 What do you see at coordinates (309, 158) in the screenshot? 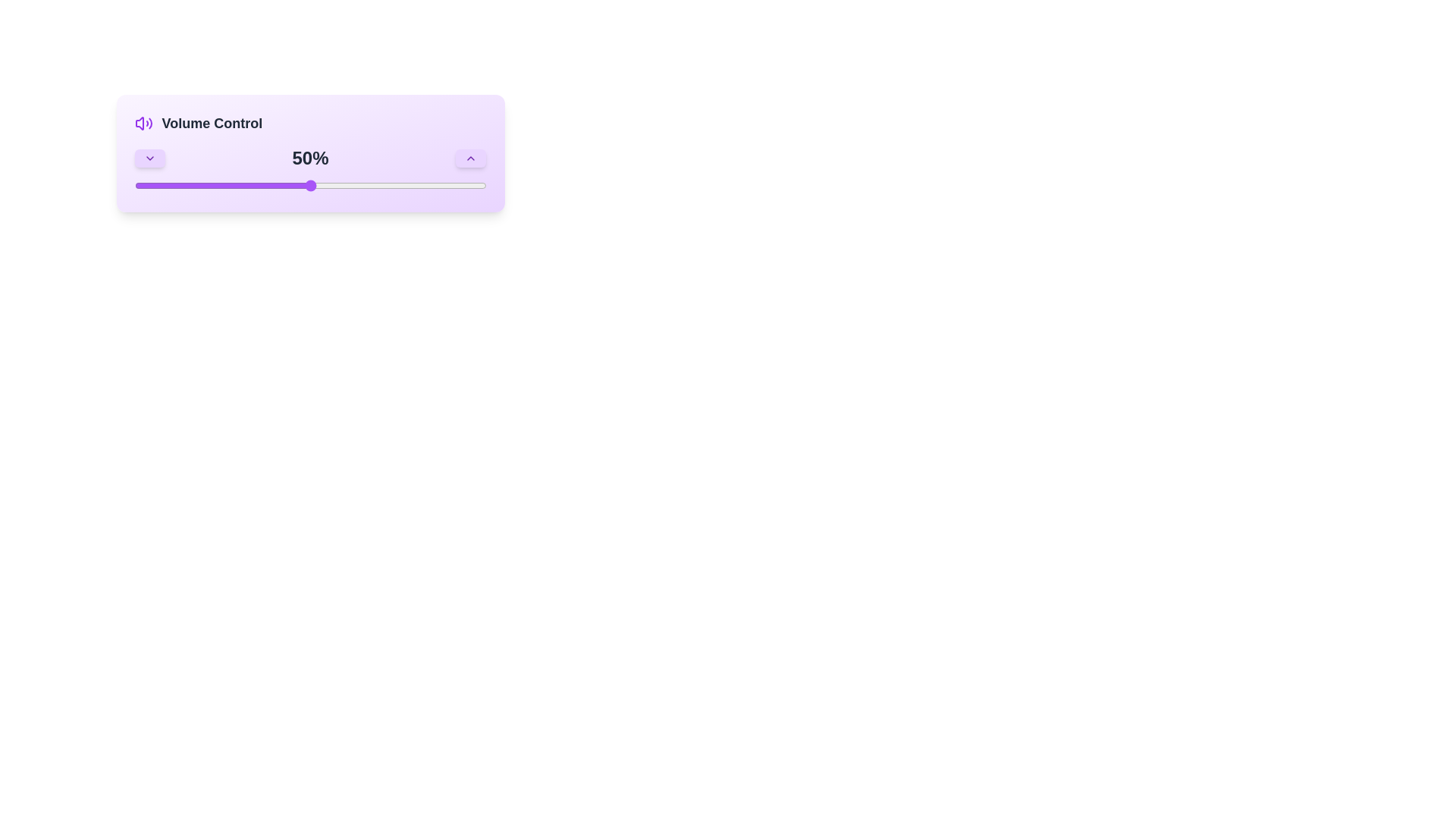
I see `the text display showing '50%' in a large, bold font with dark gray color on a light purple background, located between two arrow buttons` at bounding box center [309, 158].